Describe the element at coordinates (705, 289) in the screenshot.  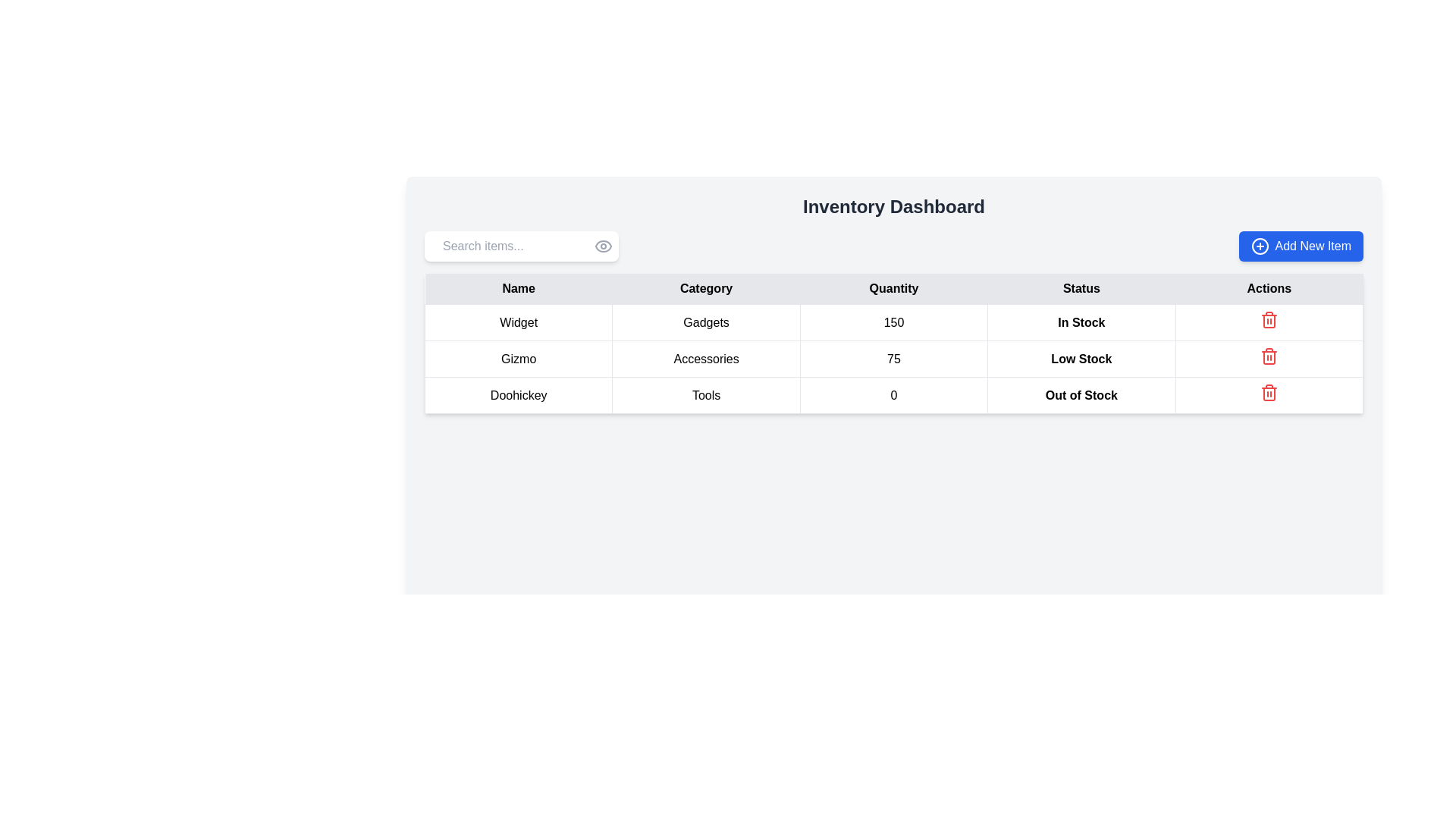
I see `the 'Category' column header in the table, which is the second column header located between 'Name' and 'Quantity'` at that location.